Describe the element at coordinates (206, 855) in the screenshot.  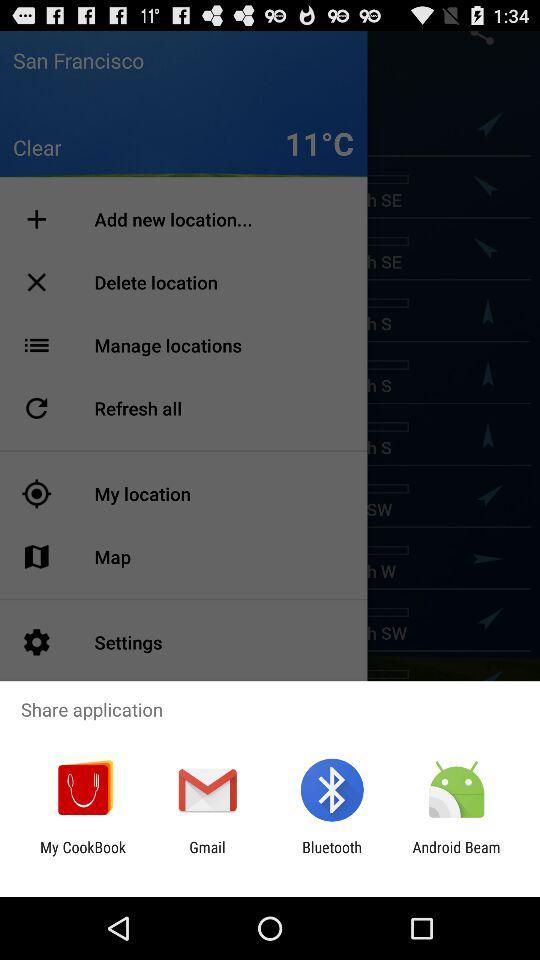
I see `the icon next to the bluetooth item` at that location.